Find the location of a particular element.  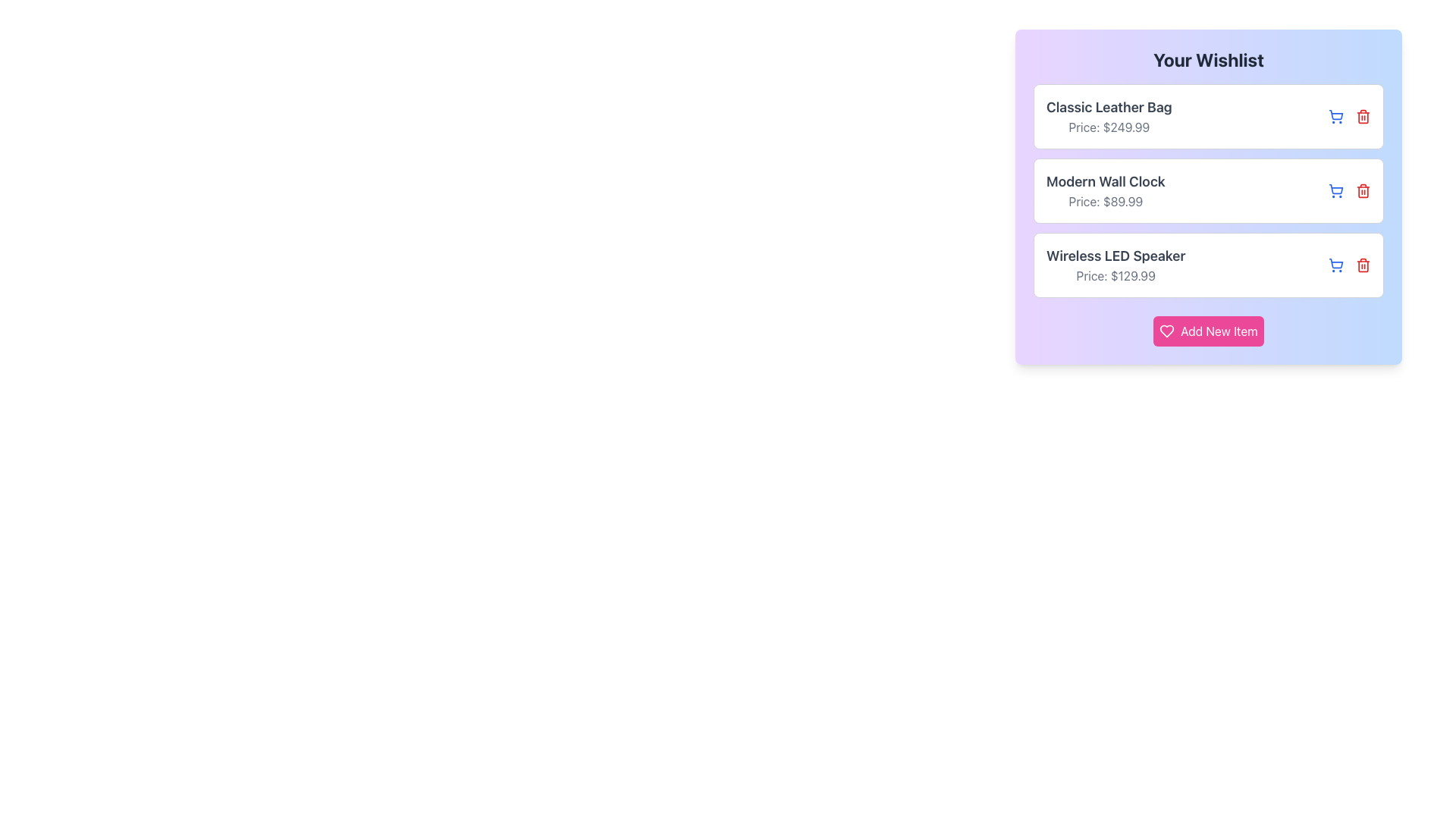

the blue shopping cart button located at the top-right corner of the wishlist item entry is located at coordinates (1335, 190).